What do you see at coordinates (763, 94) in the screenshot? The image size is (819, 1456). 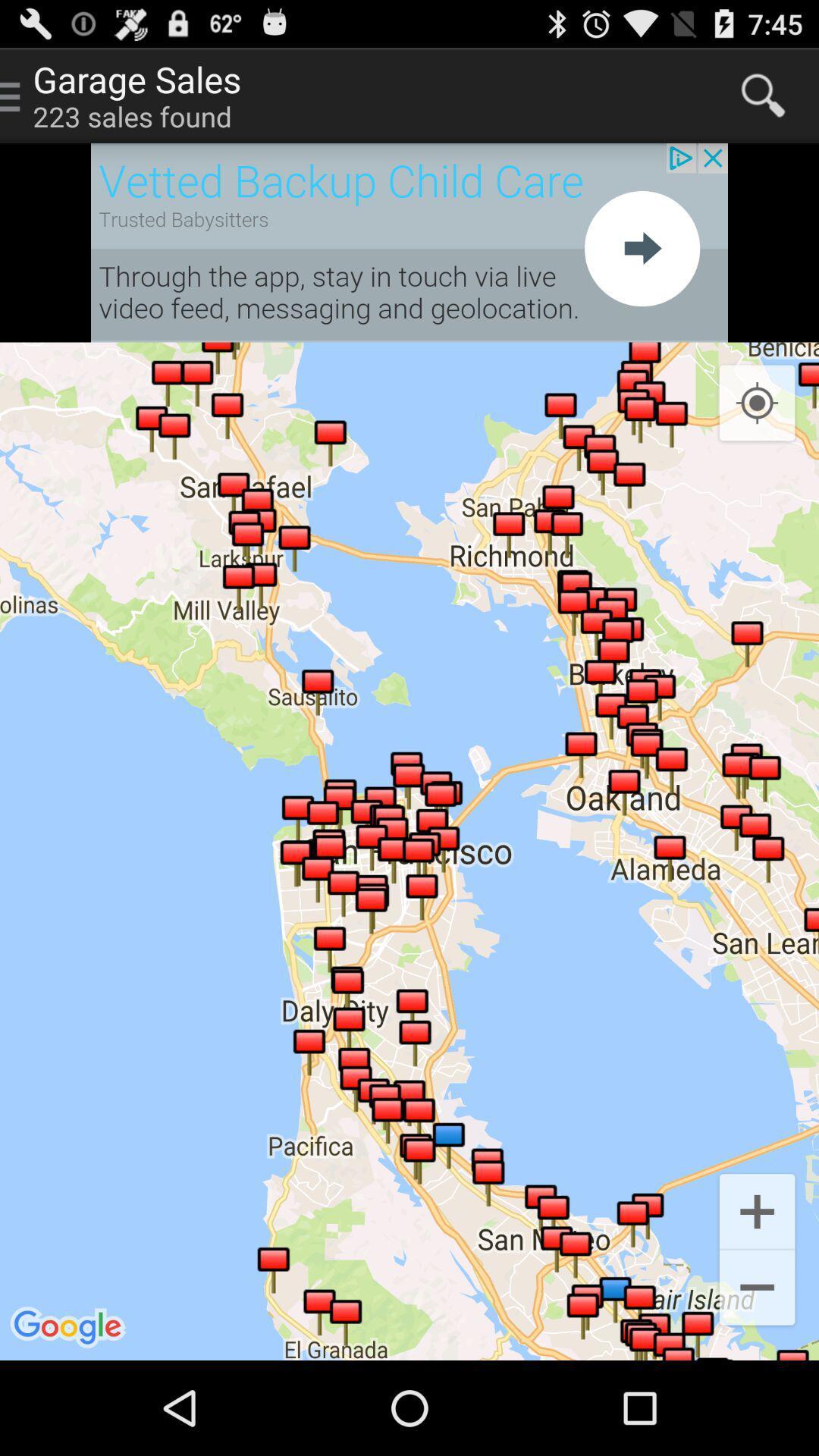 I see `search key` at bounding box center [763, 94].